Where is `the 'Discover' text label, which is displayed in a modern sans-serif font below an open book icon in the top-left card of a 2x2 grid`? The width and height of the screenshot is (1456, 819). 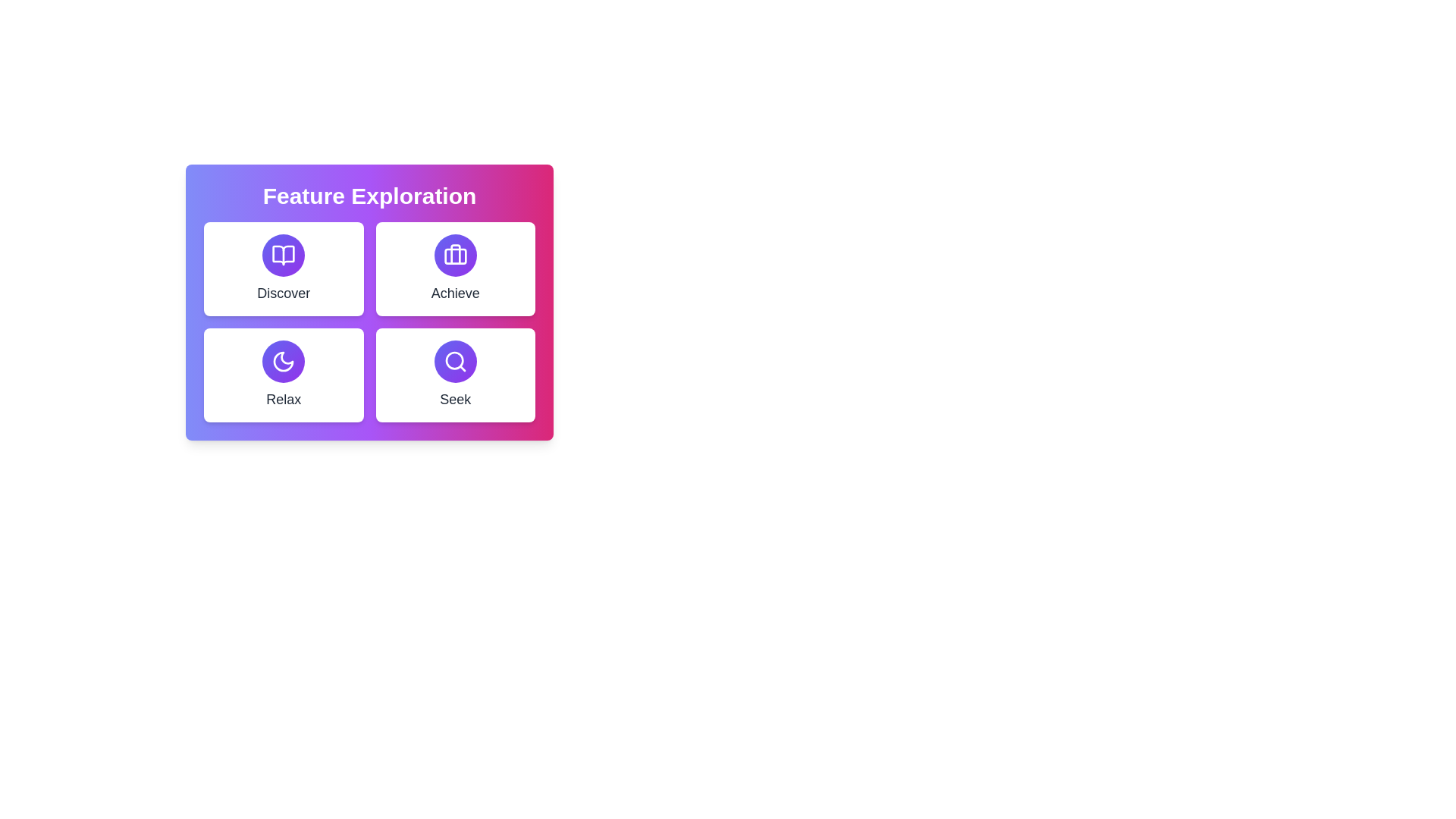 the 'Discover' text label, which is displayed in a modern sans-serif font below an open book icon in the top-left card of a 2x2 grid is located at coordinates (284, 293).